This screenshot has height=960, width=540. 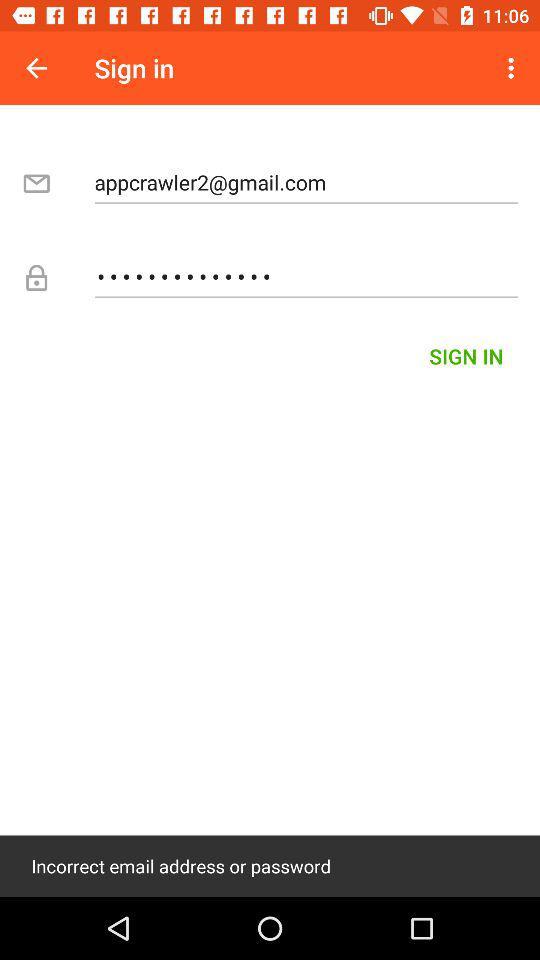 What do you see at coordinates (306, 182) in the screenshot?
I see `appcrawler2@gmail.com icon` at bounding box center [306, 182].